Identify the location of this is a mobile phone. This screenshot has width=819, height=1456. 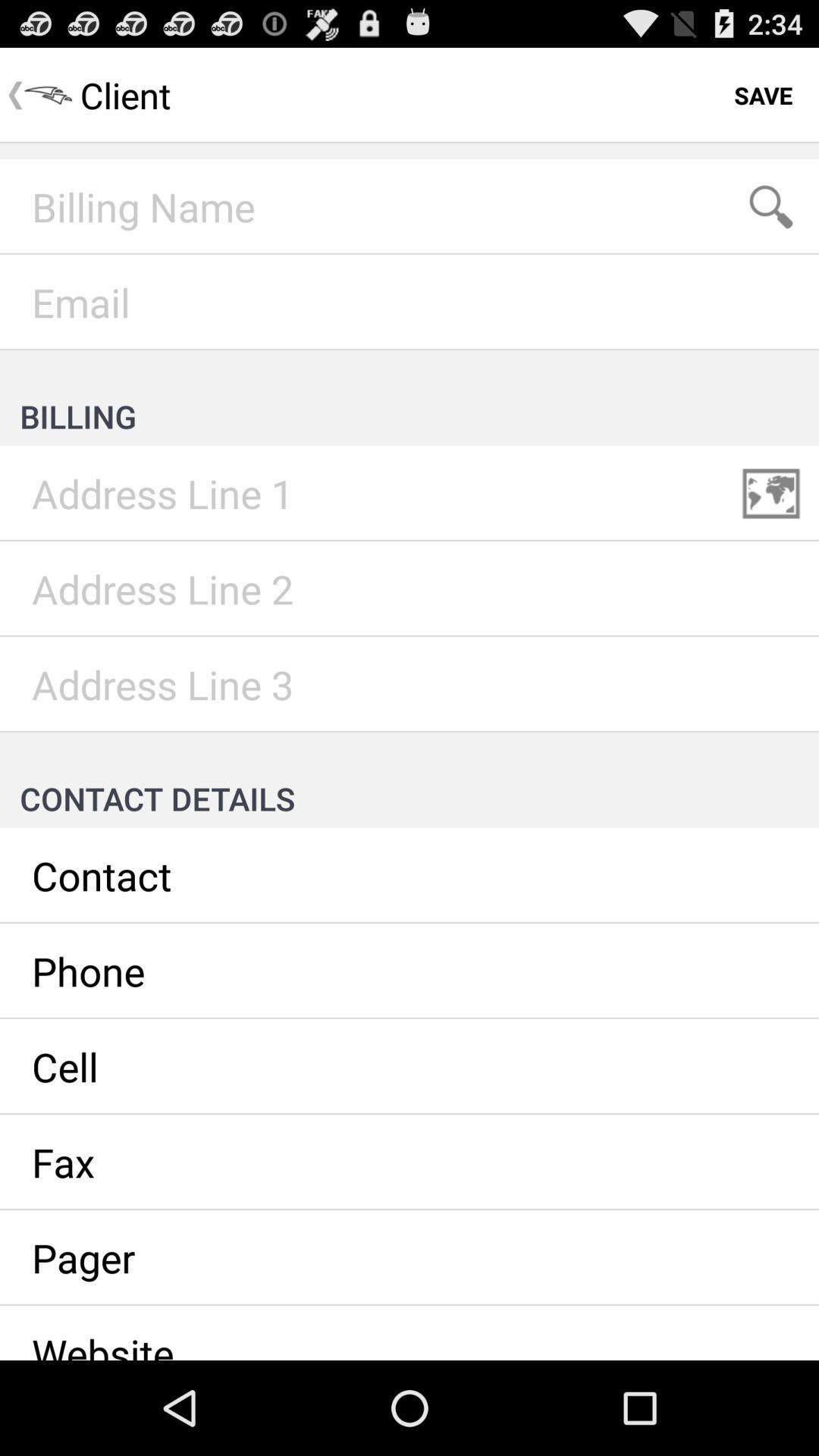
(409, 1065).